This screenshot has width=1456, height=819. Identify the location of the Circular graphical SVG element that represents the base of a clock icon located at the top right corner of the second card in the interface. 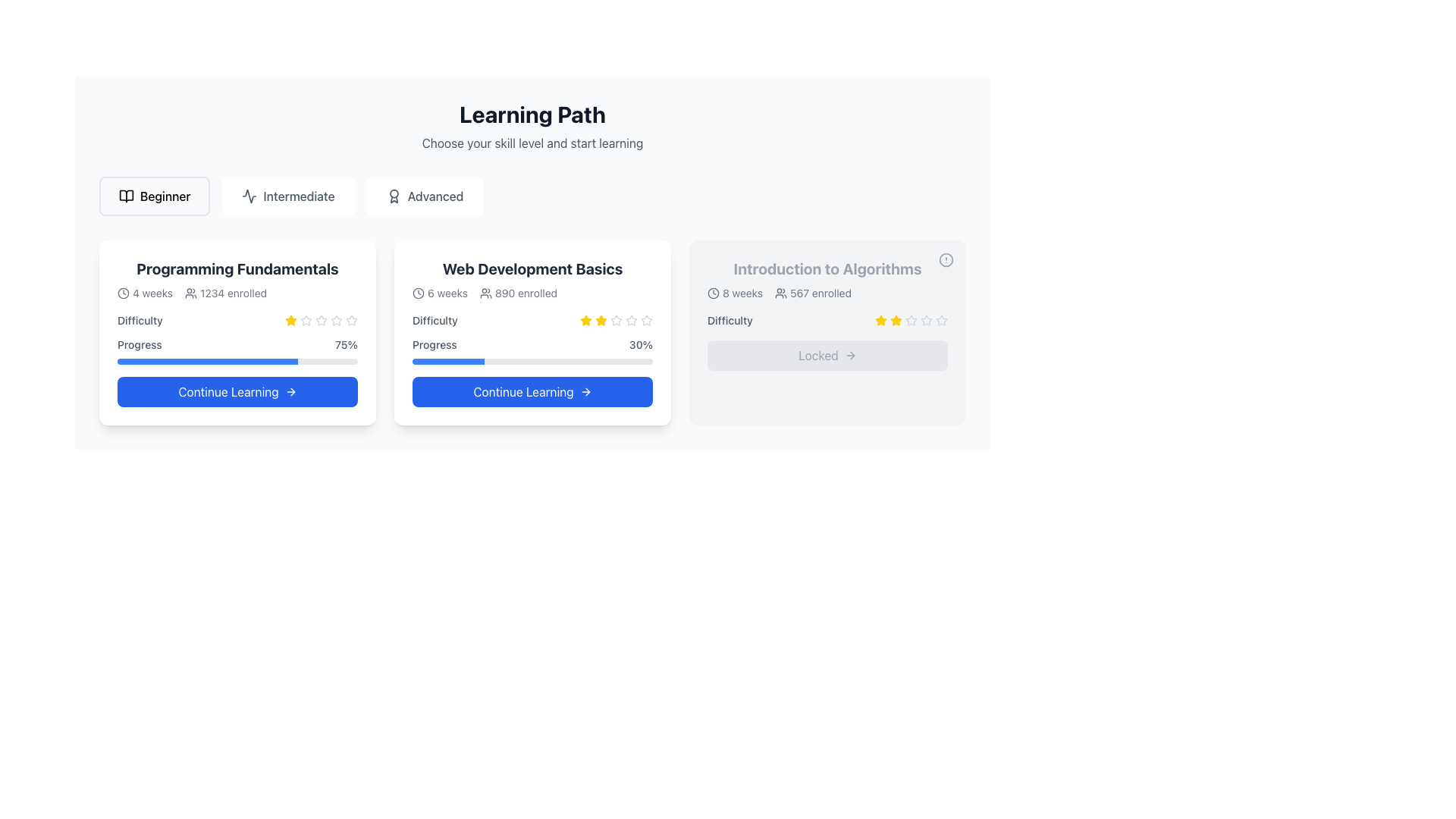
(419, 293).